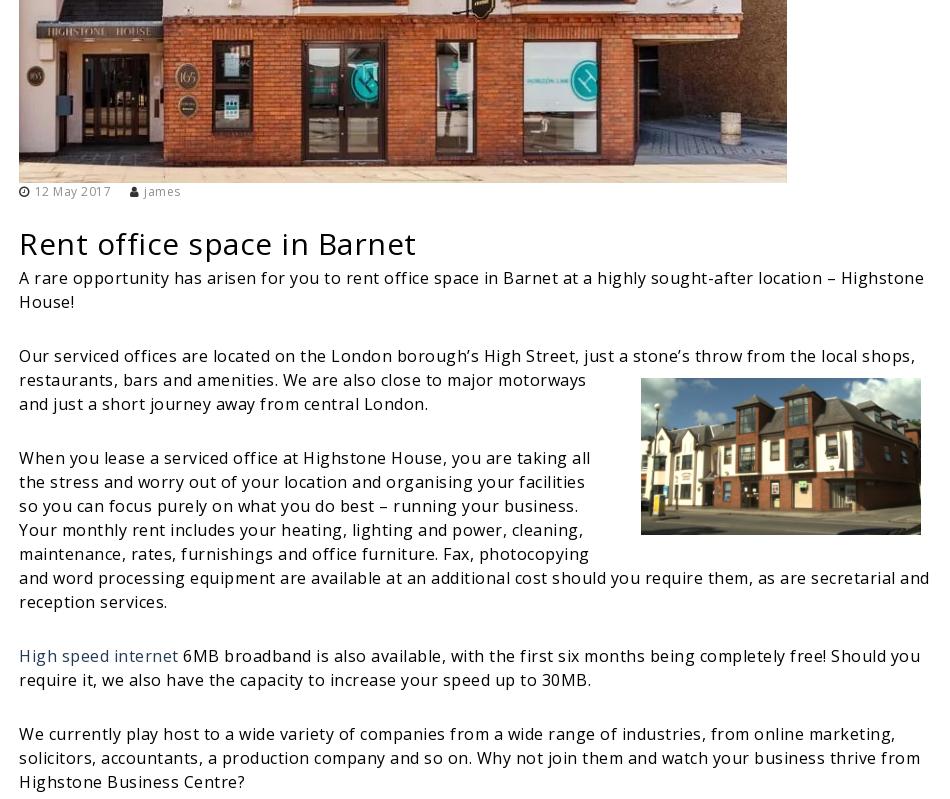  I want to click on 'When you lease a serviced office at Highstone House, you are taking all the stress and worry out of your location and organising your facilities so you can focus purely on what you do best – running your business. Your monthly rent includes your heating, lighting and power, cleaning, maintenance, rates, furnishings and office furniture. Fax, photocopying and word processing equipment are available at an additional cost should you require them, as are secretarial and reception services.', so click(472, 528).